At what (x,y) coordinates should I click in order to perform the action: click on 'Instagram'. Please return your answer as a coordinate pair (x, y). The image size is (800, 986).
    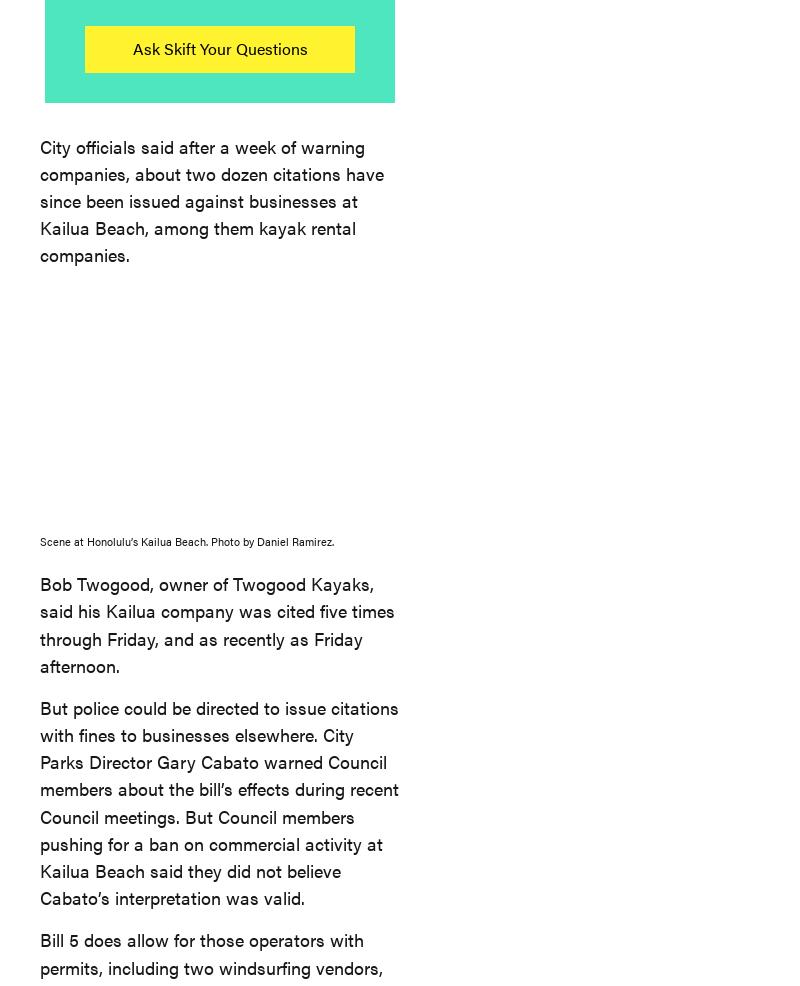
    Looking at the image, I should click on (547, 240).